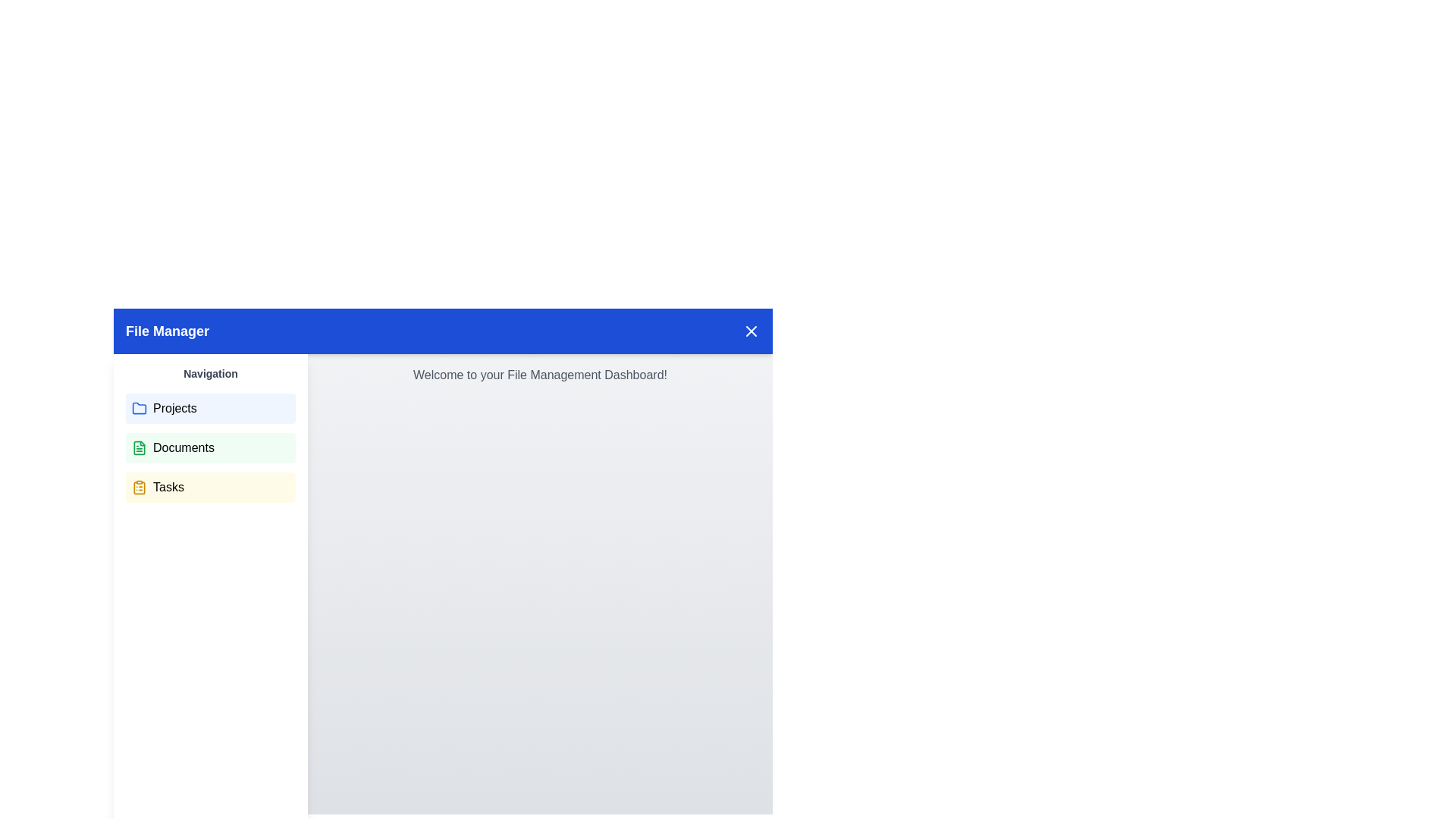 This screenshot has height=819, width=1456. Describe the element at coordinates (540, 375) in the screenshot. I see `text from the prominently displayed gray text label that says 'Welcome to your File Management Dashboard!' located near the top of the main content area` at that location.